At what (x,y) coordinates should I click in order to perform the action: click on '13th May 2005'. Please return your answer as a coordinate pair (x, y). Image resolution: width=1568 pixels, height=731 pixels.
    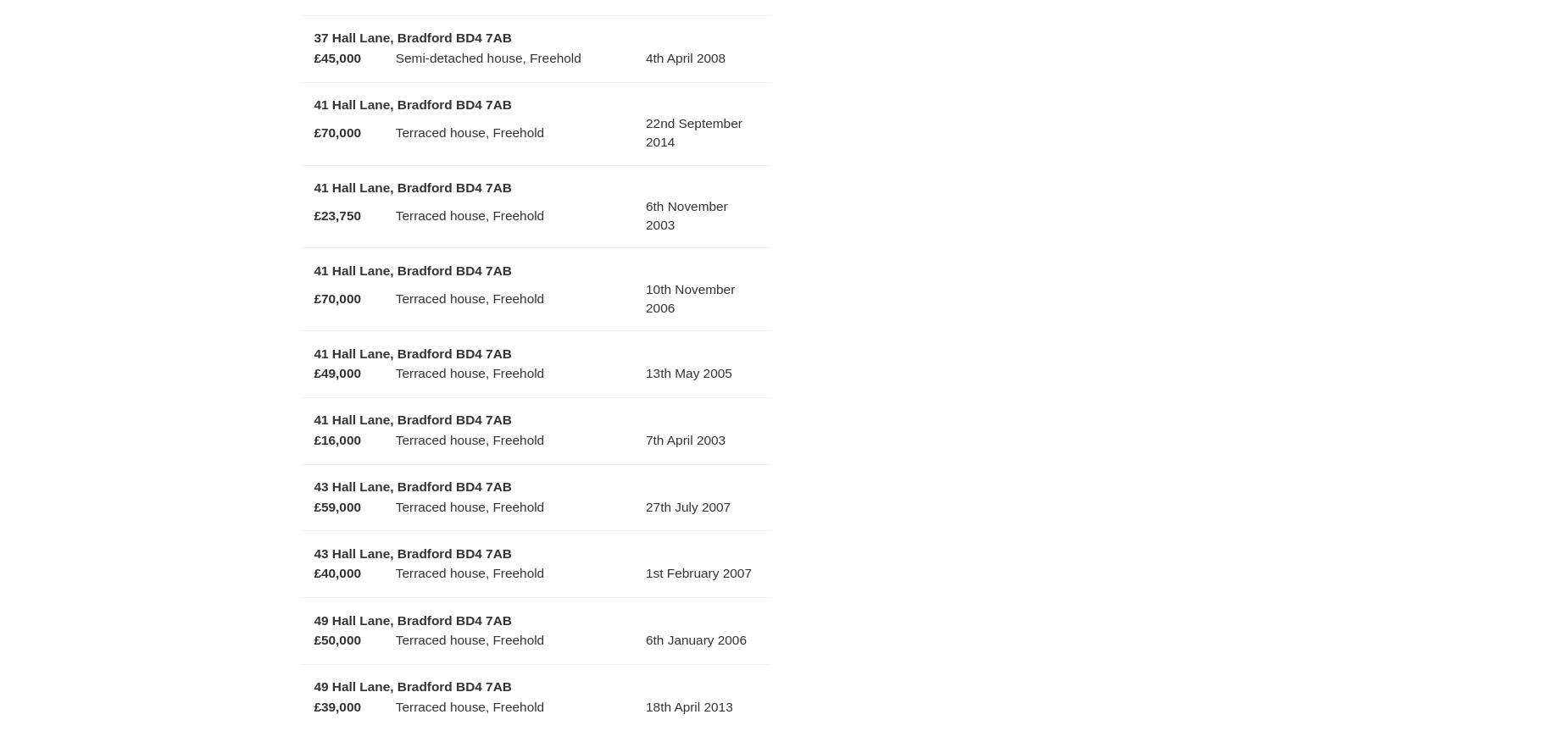
    Looking at the image, I should click on (688, 372).